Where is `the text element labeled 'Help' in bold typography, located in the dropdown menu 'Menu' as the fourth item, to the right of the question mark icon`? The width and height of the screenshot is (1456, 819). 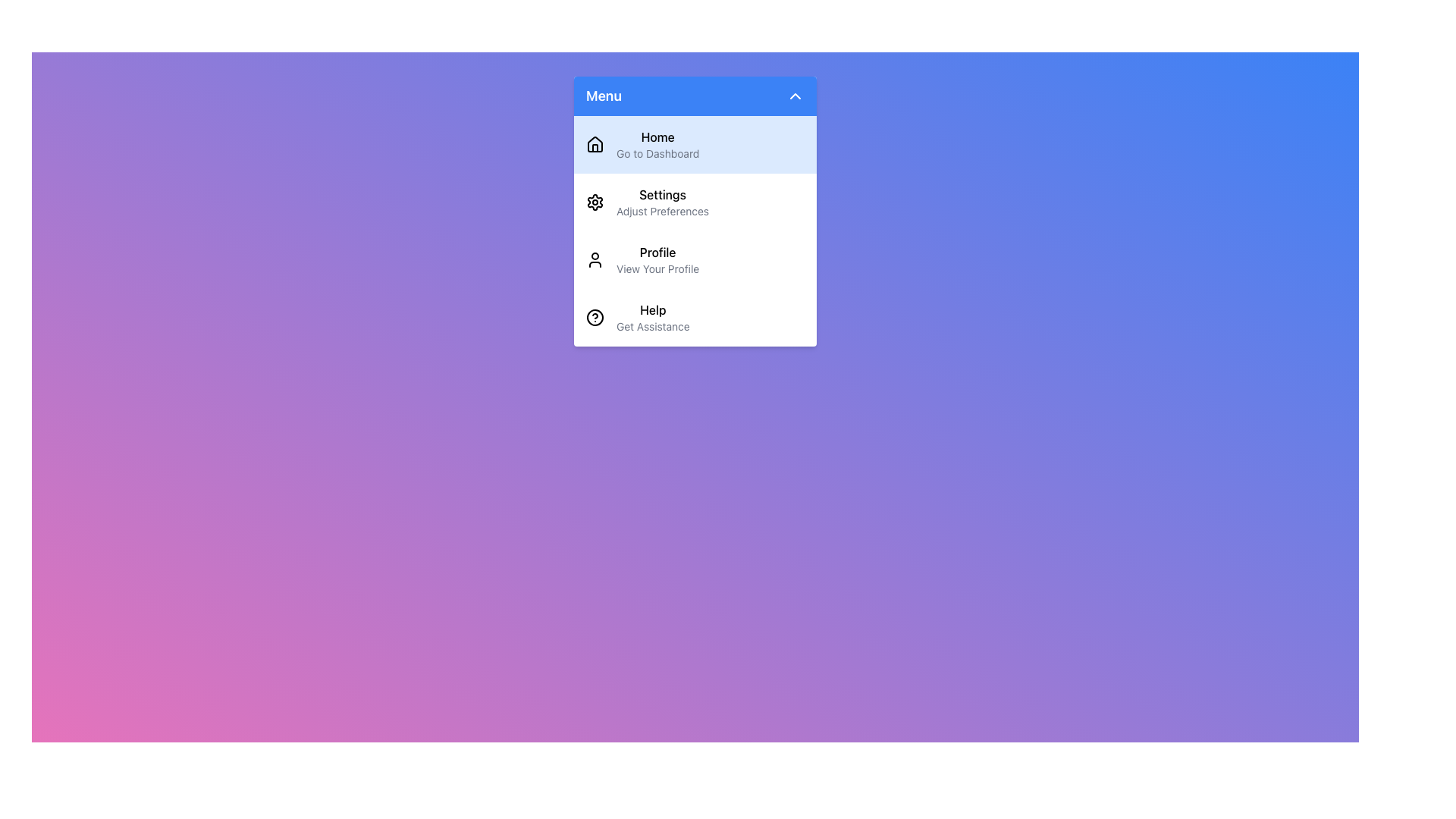 the text element labeled 'Help' in bold typography, located in the dropdown menu 'Menu' as the fourth item, to the right of the question mark icon is located at coordinates (653, 317).